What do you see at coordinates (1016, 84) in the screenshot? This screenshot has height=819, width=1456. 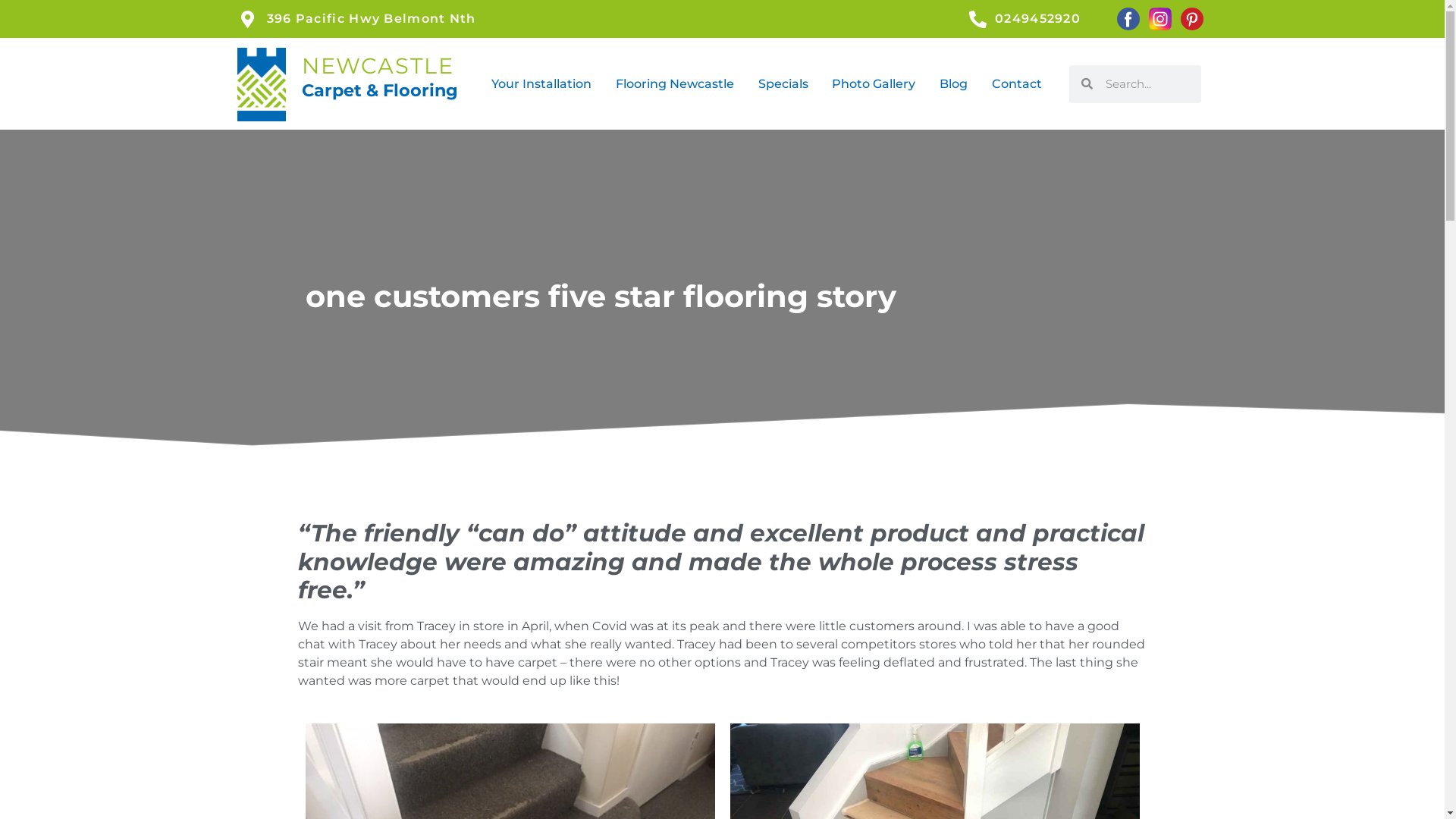 I see `'Contact'` at bounding box center [1016, 84].